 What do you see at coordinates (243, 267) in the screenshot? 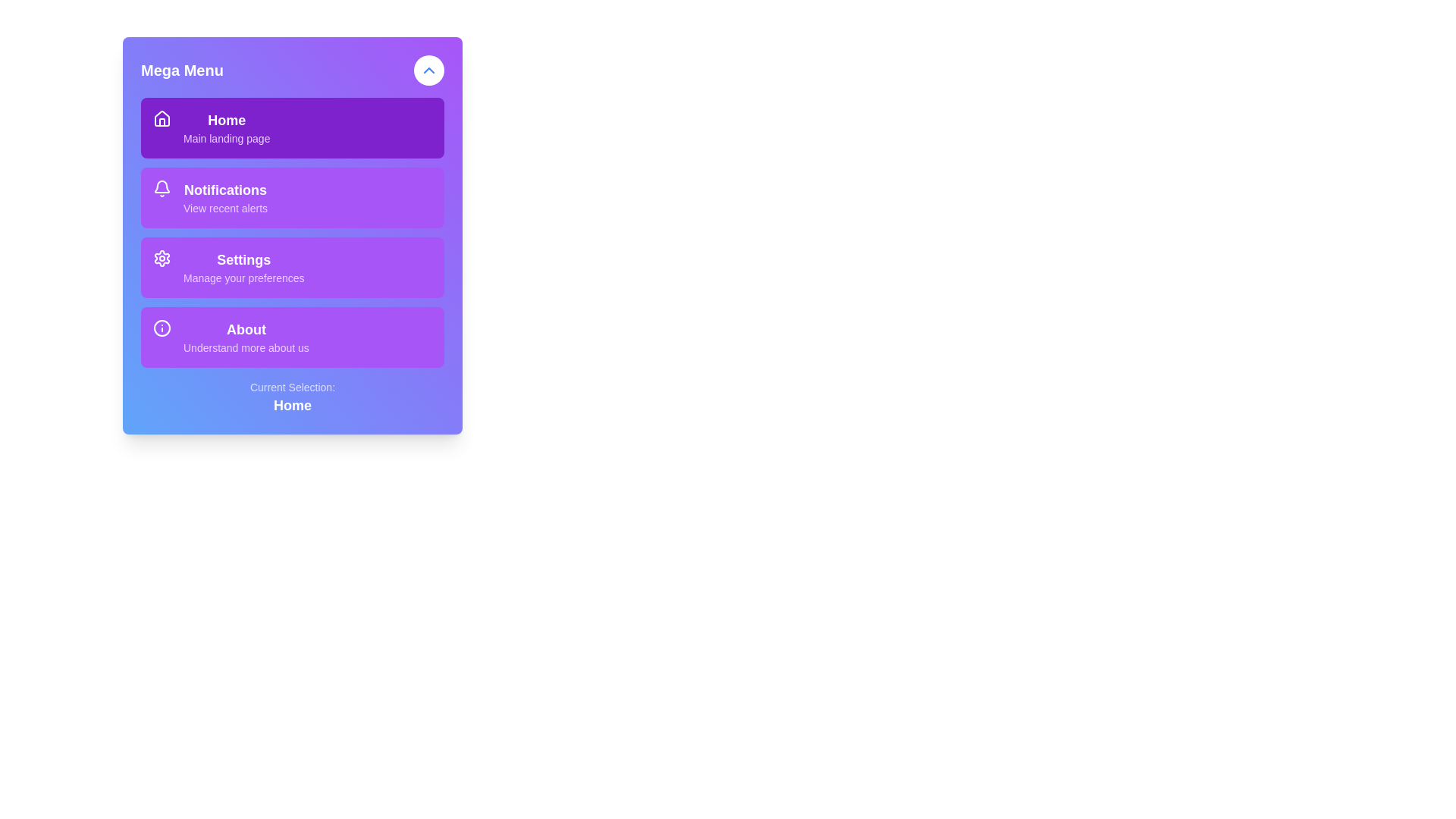
I see `the 'Settings' text label, which is the third item in a vertical list of menu options within a purple-themed sidebar` at bounding box center [243, 267].